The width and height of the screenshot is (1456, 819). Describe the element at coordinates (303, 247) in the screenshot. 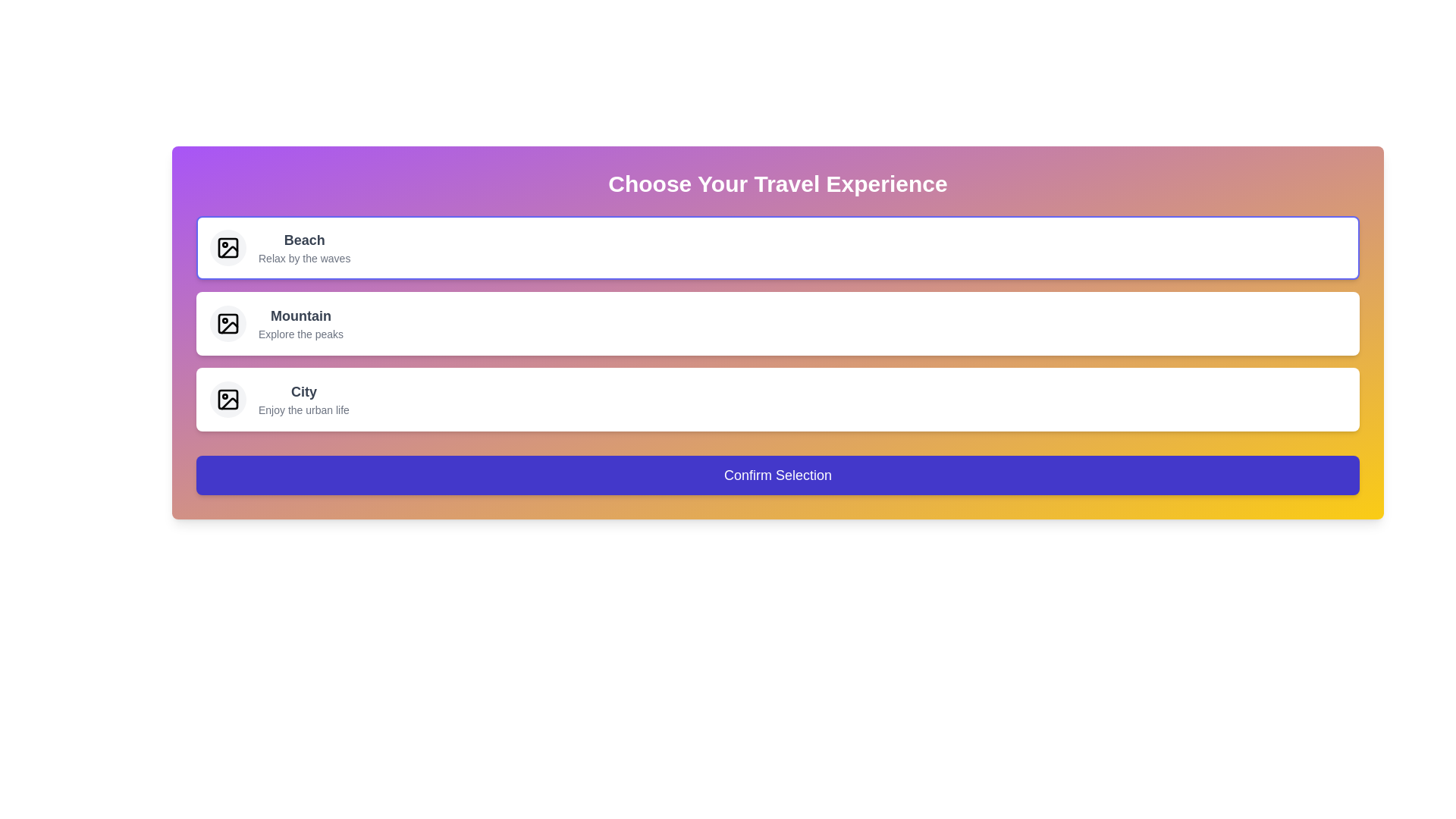

I see `the text element that reads 'Beach' in bold and larger font, followed by 'Relax by the waves' in smaller font, located within the first option of a vertical list of travel experiences` at that location.